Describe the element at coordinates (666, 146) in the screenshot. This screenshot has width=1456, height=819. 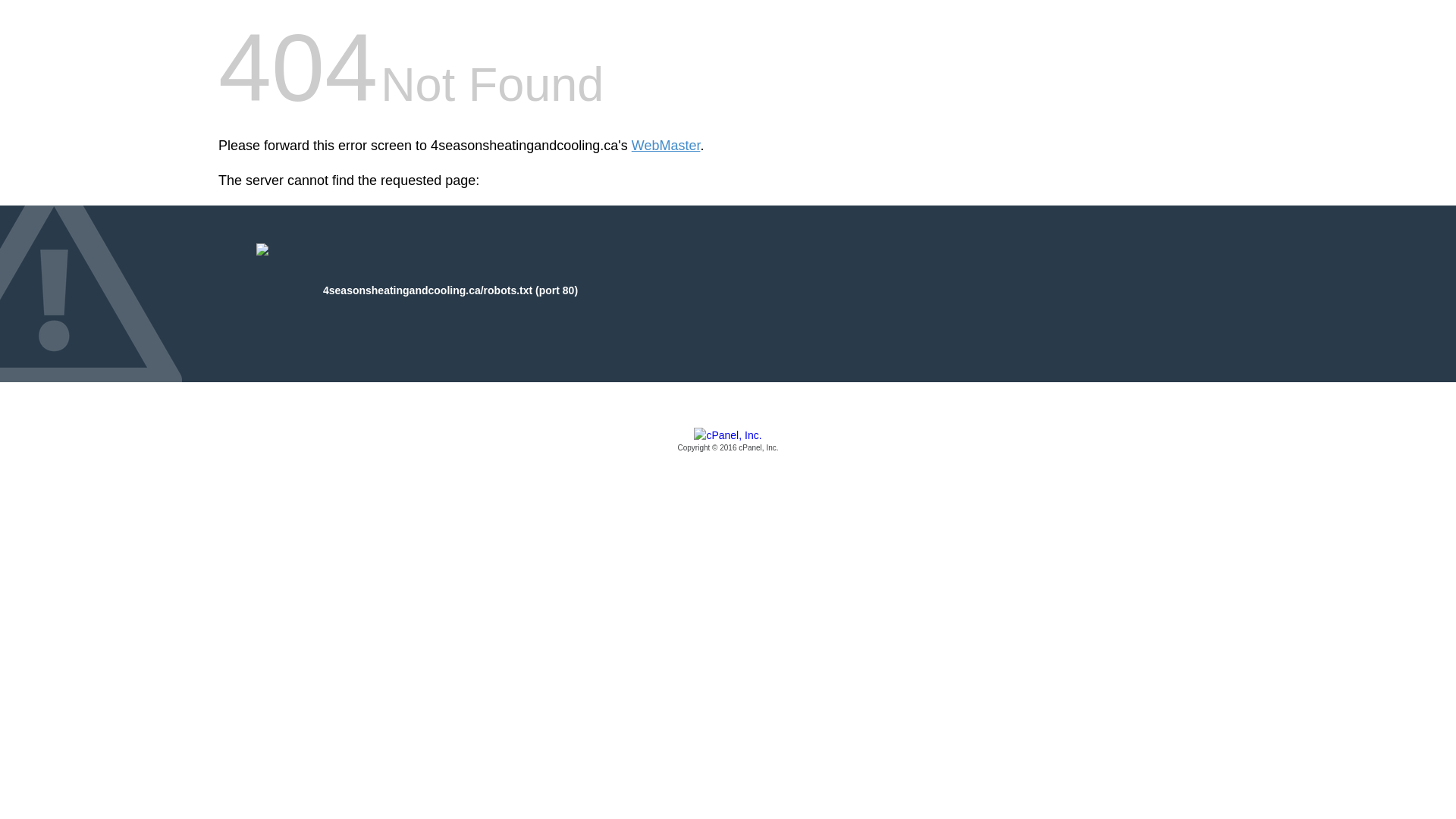
I see `'WebMaster'` at that location.